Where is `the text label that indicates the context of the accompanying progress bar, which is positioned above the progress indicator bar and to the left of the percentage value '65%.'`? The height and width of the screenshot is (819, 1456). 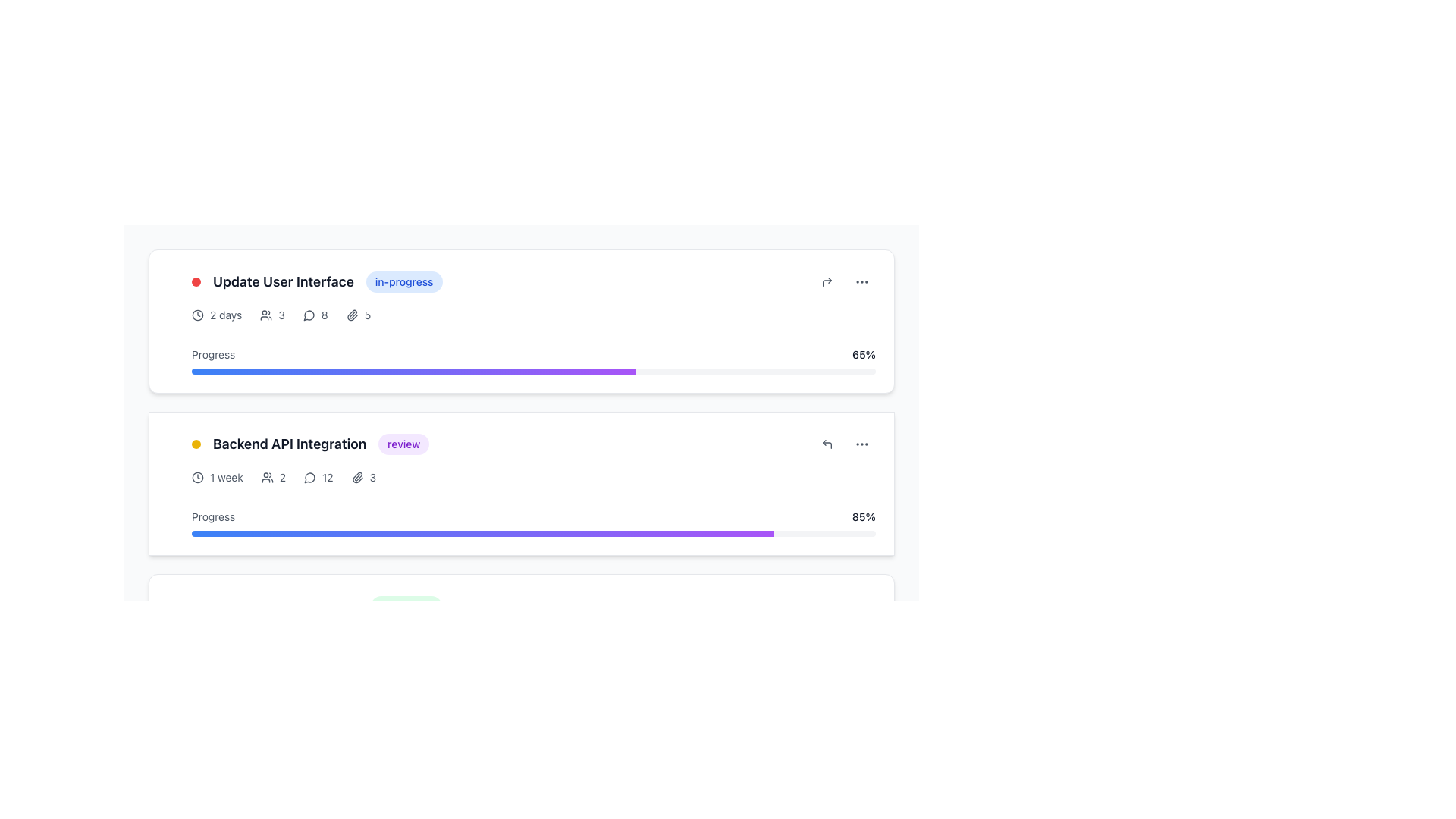
the text label that indicates the context of the accompanying progress bar, which is positioned above the progress indicator bar and to the left of the percentage value '65%.' is located at coordinates (212, 354).